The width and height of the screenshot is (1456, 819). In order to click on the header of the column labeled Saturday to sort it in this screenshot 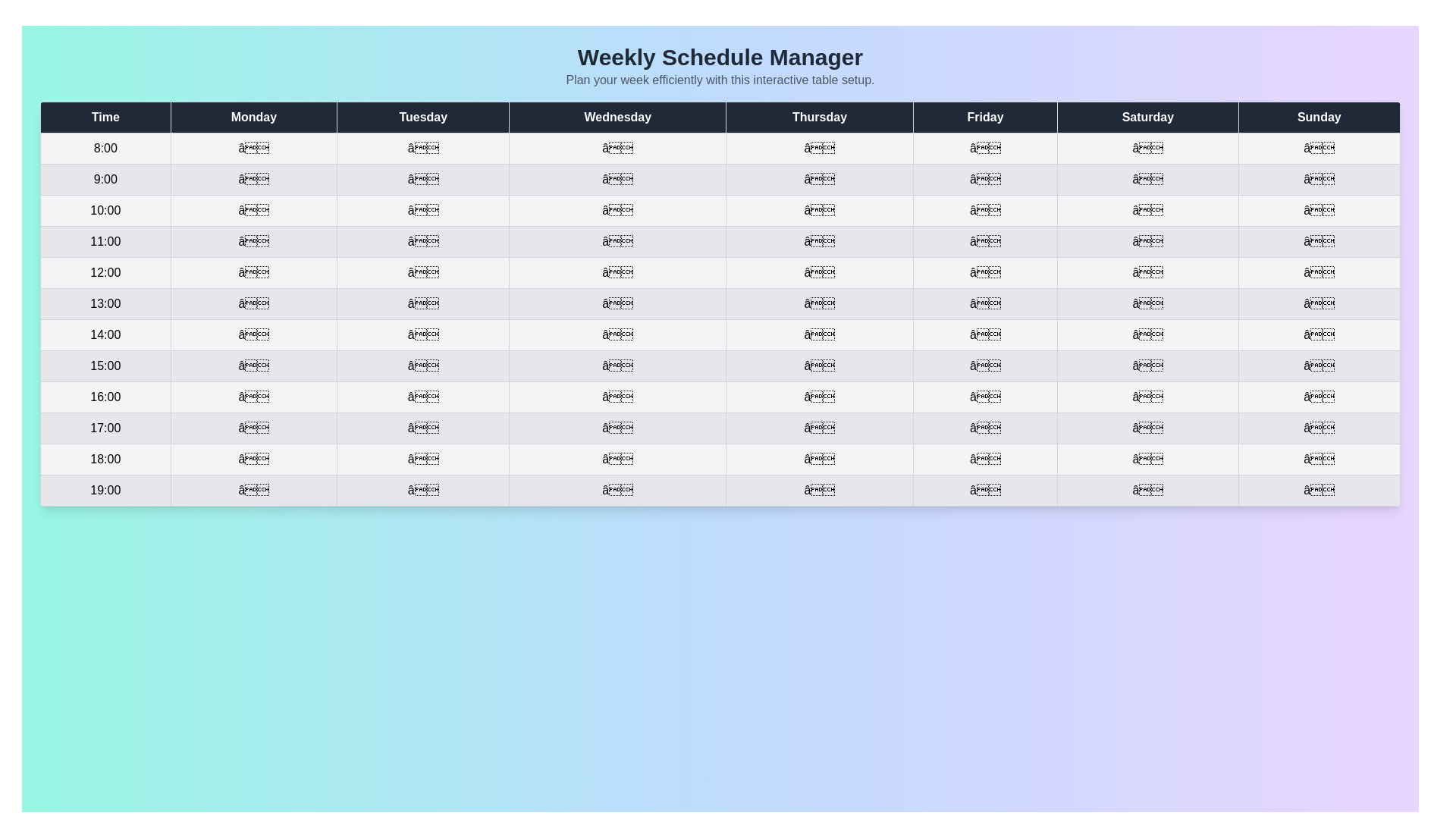, I will do `click(1147, 116)`.